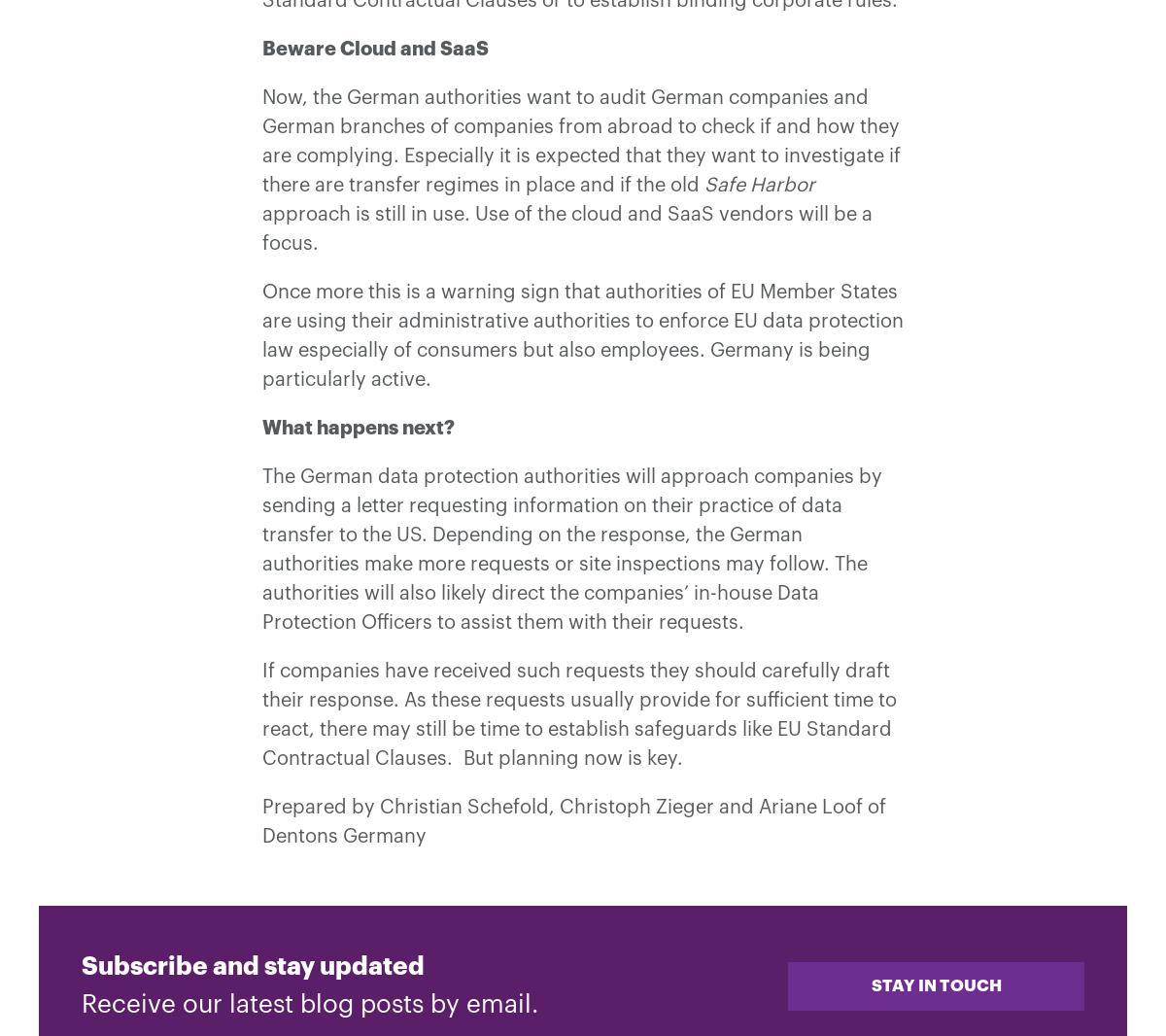 The image size is (1166, 1036). What do you see at coordinates (261, 428) in the screenshot?
I see `'What happens next?'` at bounding box center [261, 428].